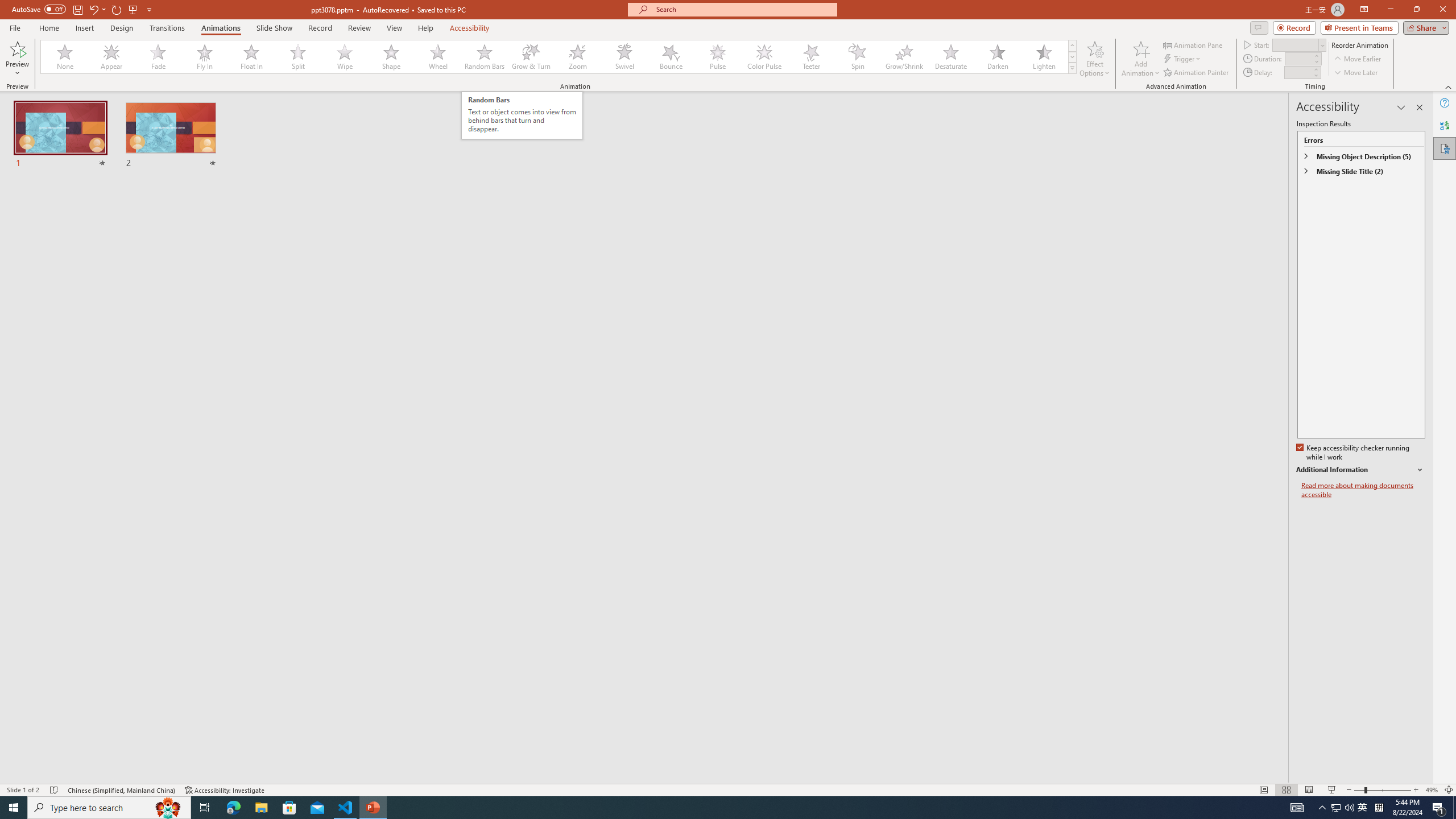  I want to click on 'Animation Duration', so click(1298, 58).